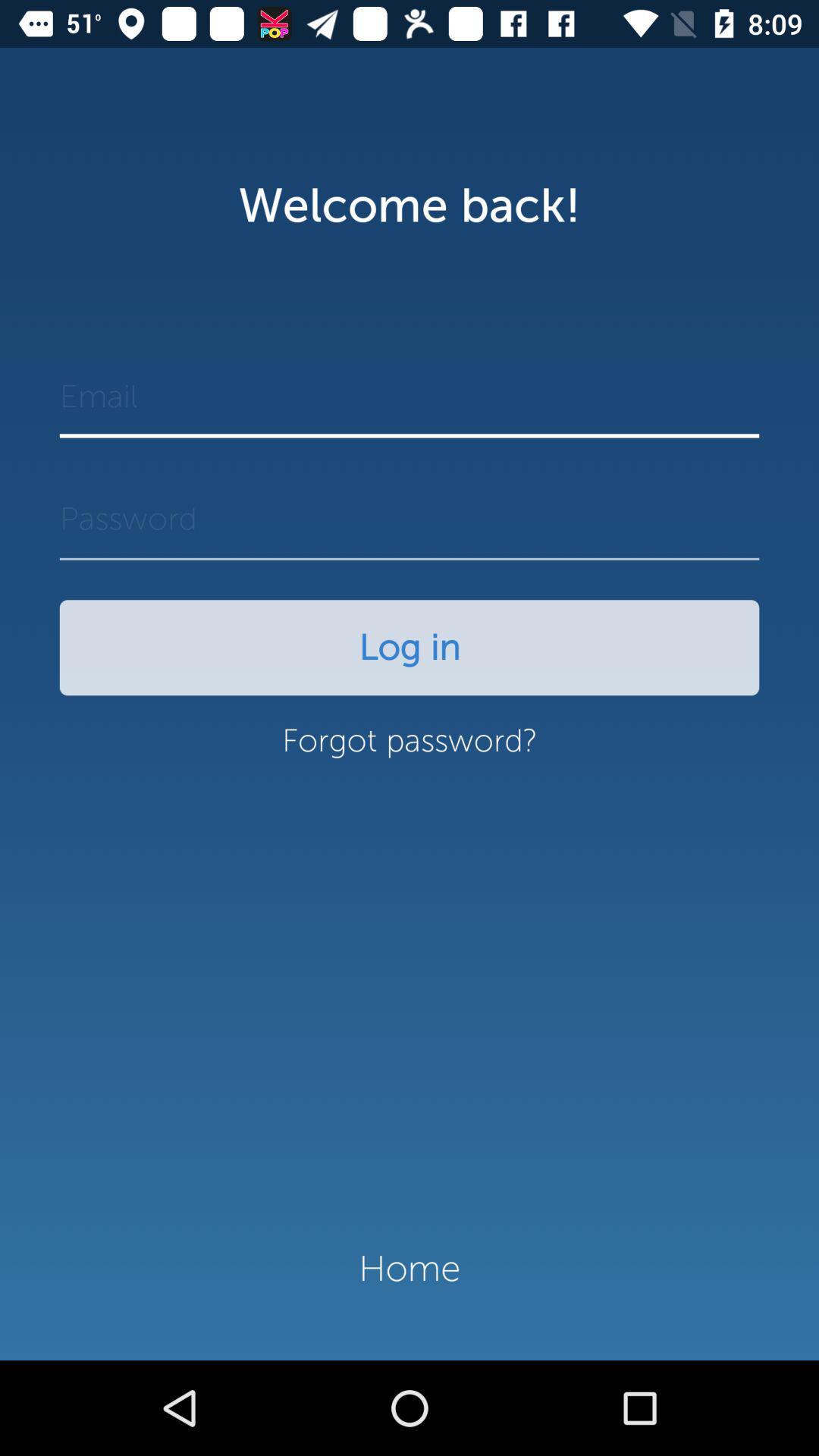  What do you see at coordinates (409, 748) in the screenshot?
I see `forgot password?` at bounding box center [409, 748].